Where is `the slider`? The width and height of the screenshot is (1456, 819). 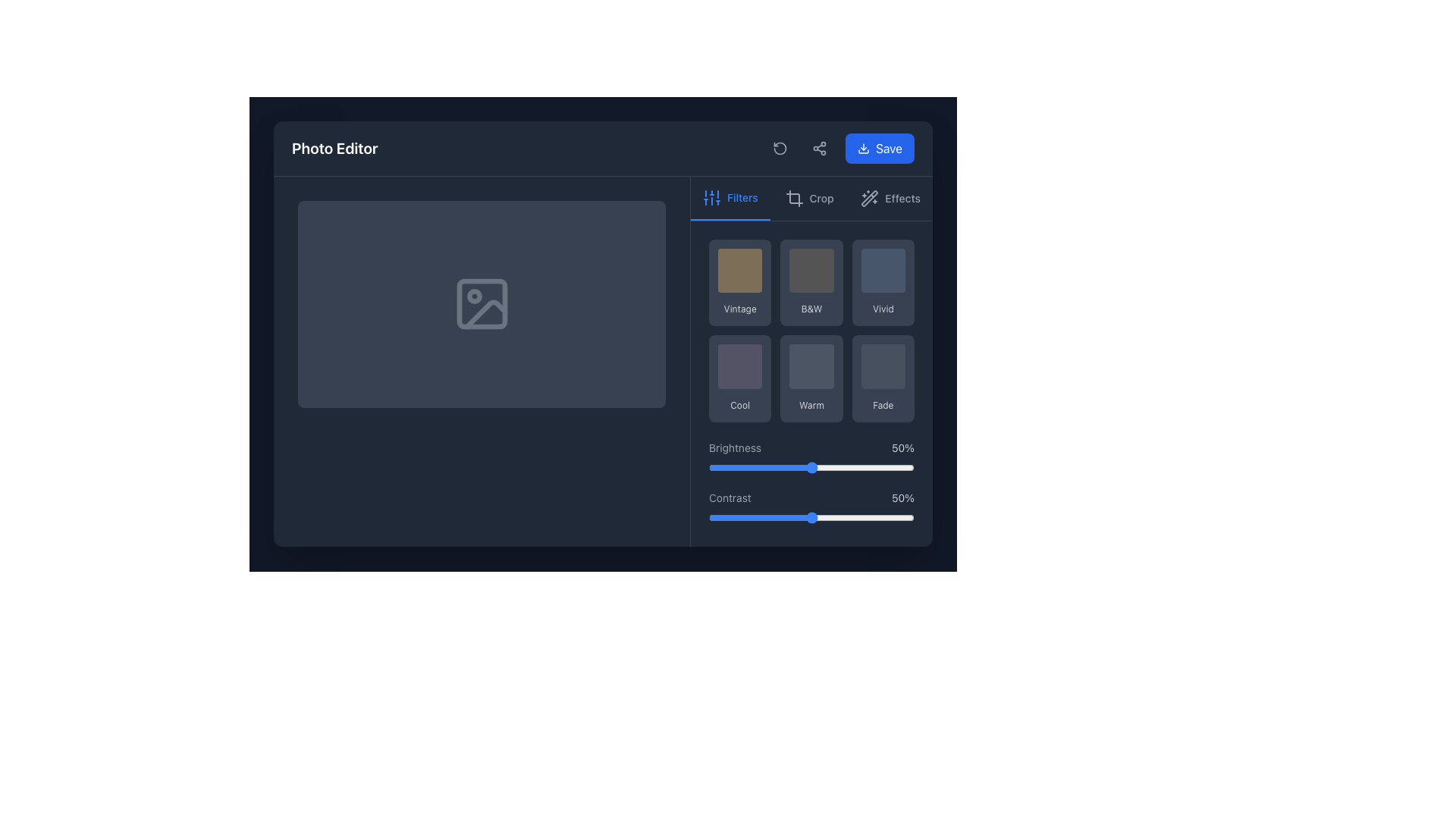 the slider is located at coordinates (805, 466).